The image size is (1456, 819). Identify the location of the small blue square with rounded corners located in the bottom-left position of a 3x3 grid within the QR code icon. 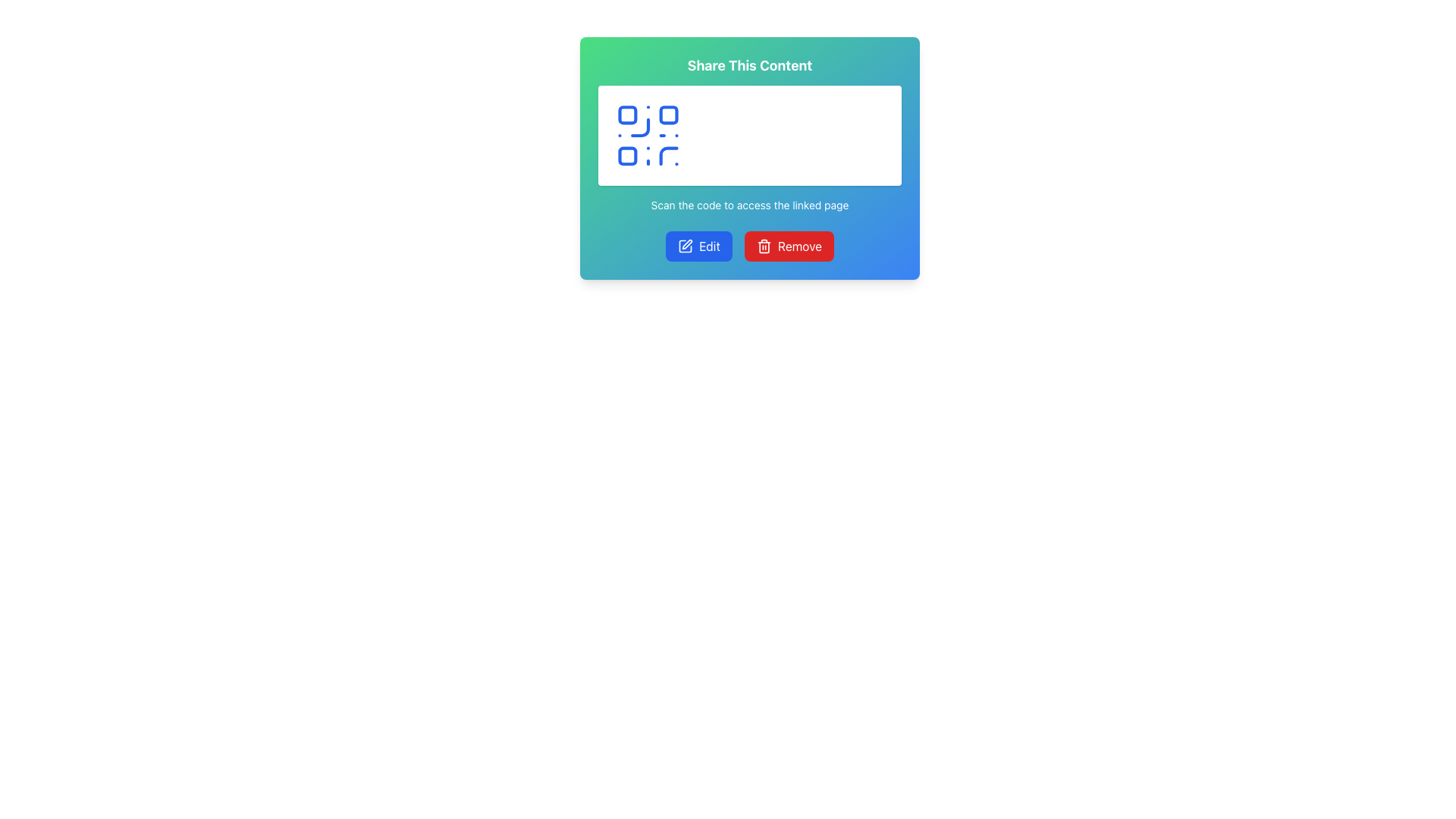
(627, 156).